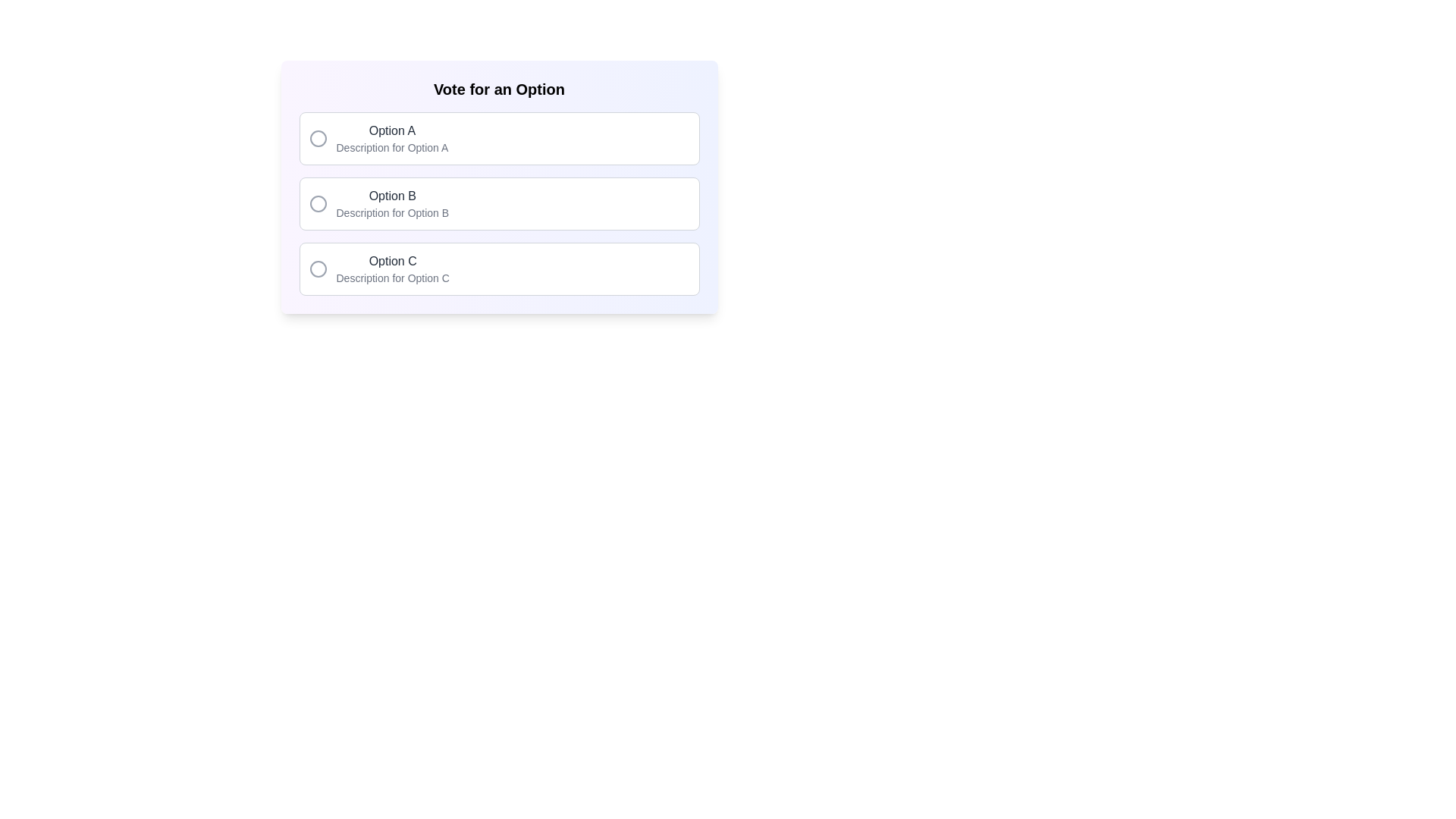 This screenshot has height=819, width=1456. I want to click on the radio button icon for 'Option A', so click(317, 138).